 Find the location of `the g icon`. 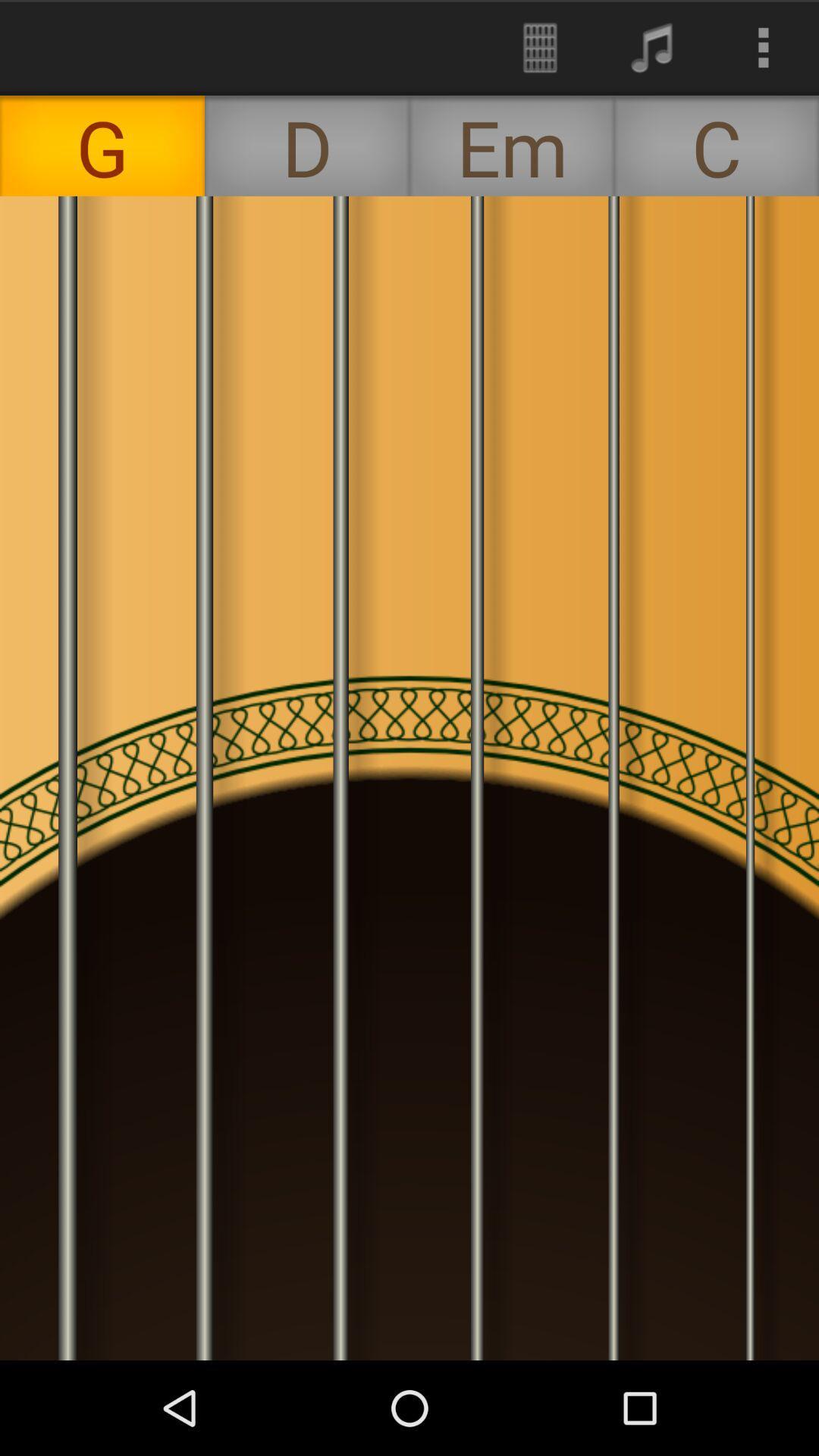

the g icon is located at coordinates (102, 146).